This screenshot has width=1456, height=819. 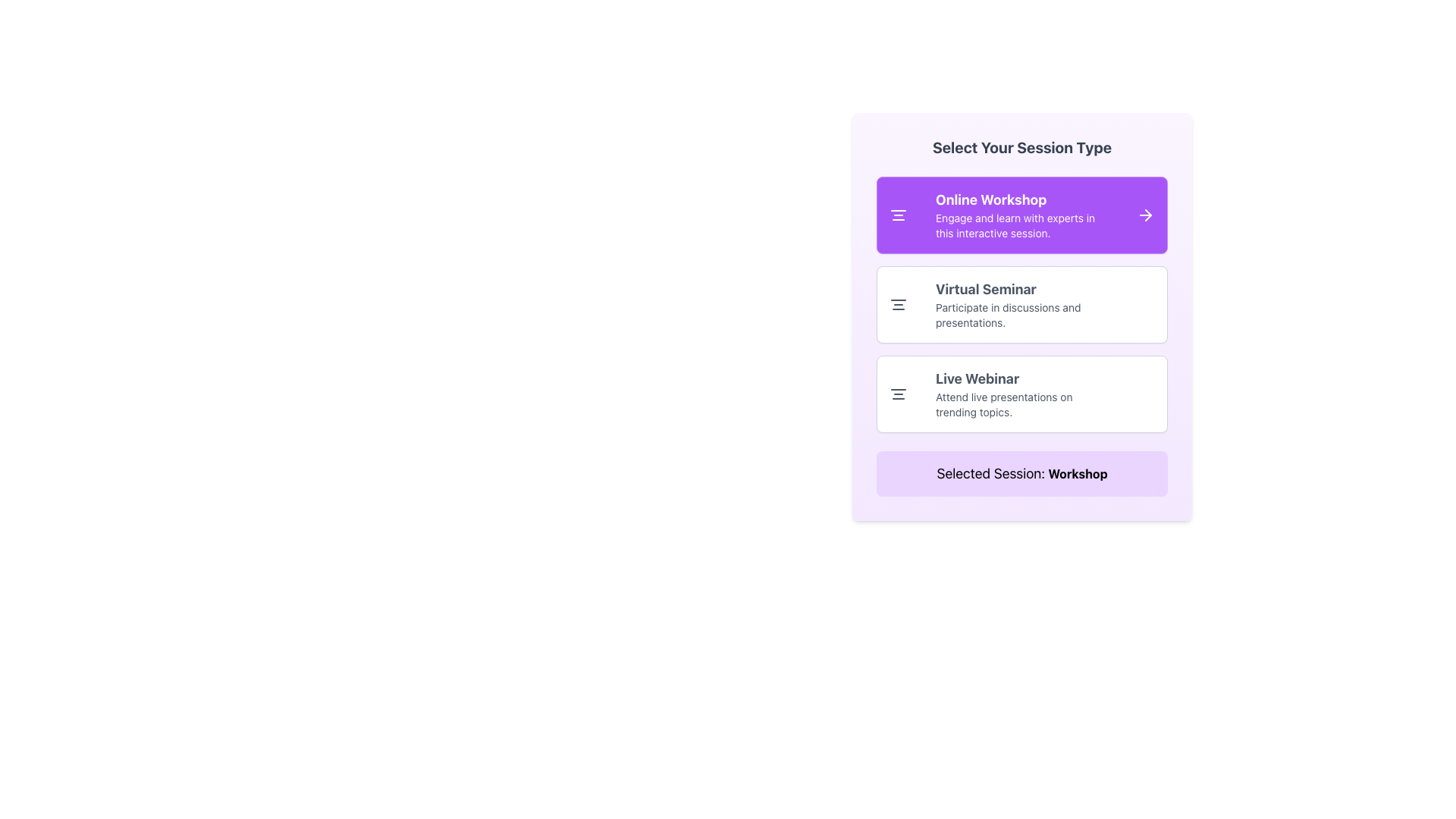 I want to click on the descriptive text block that provides additional information about the 'Live Webinar' session, positioned below the title 'Live Webinar' and centered horizontally within the card, so click(x=1022, y=403).